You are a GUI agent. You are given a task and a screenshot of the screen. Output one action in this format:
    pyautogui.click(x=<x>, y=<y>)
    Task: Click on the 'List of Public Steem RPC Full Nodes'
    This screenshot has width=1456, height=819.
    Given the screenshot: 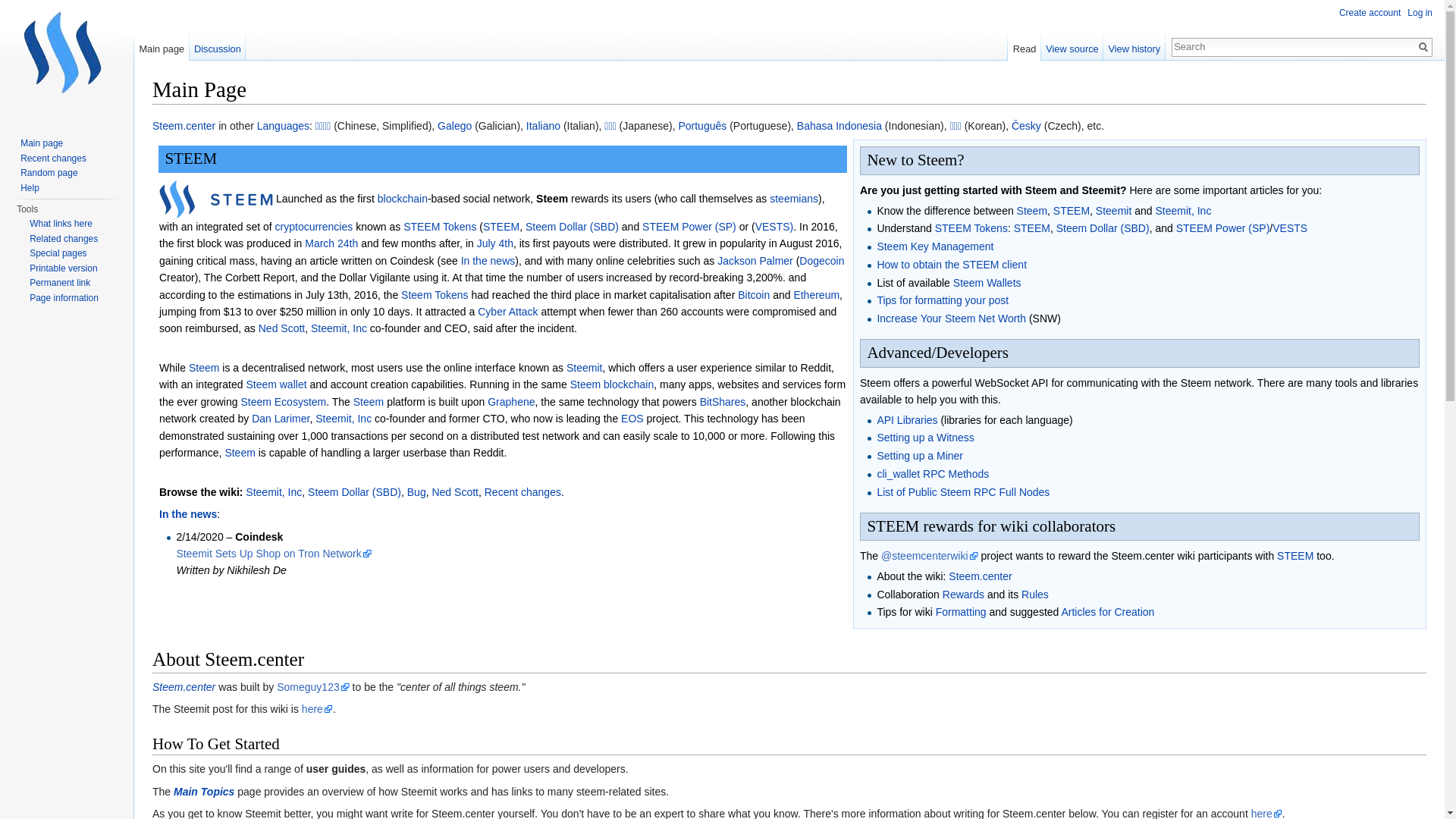 What is the action you would take?
    pyautogui.click(x=962, y=491)
    